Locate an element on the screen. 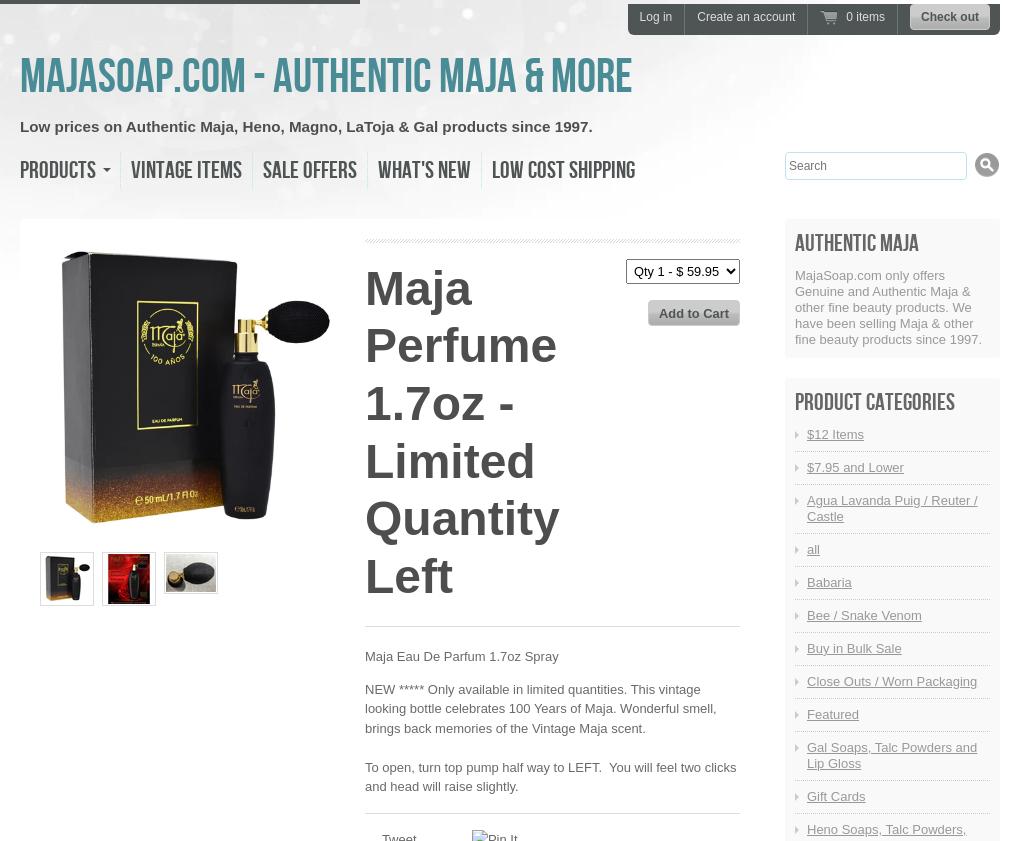 This screenshot has width=1020, height=841. 'Product Categories' is located at coordinates (873, 400).